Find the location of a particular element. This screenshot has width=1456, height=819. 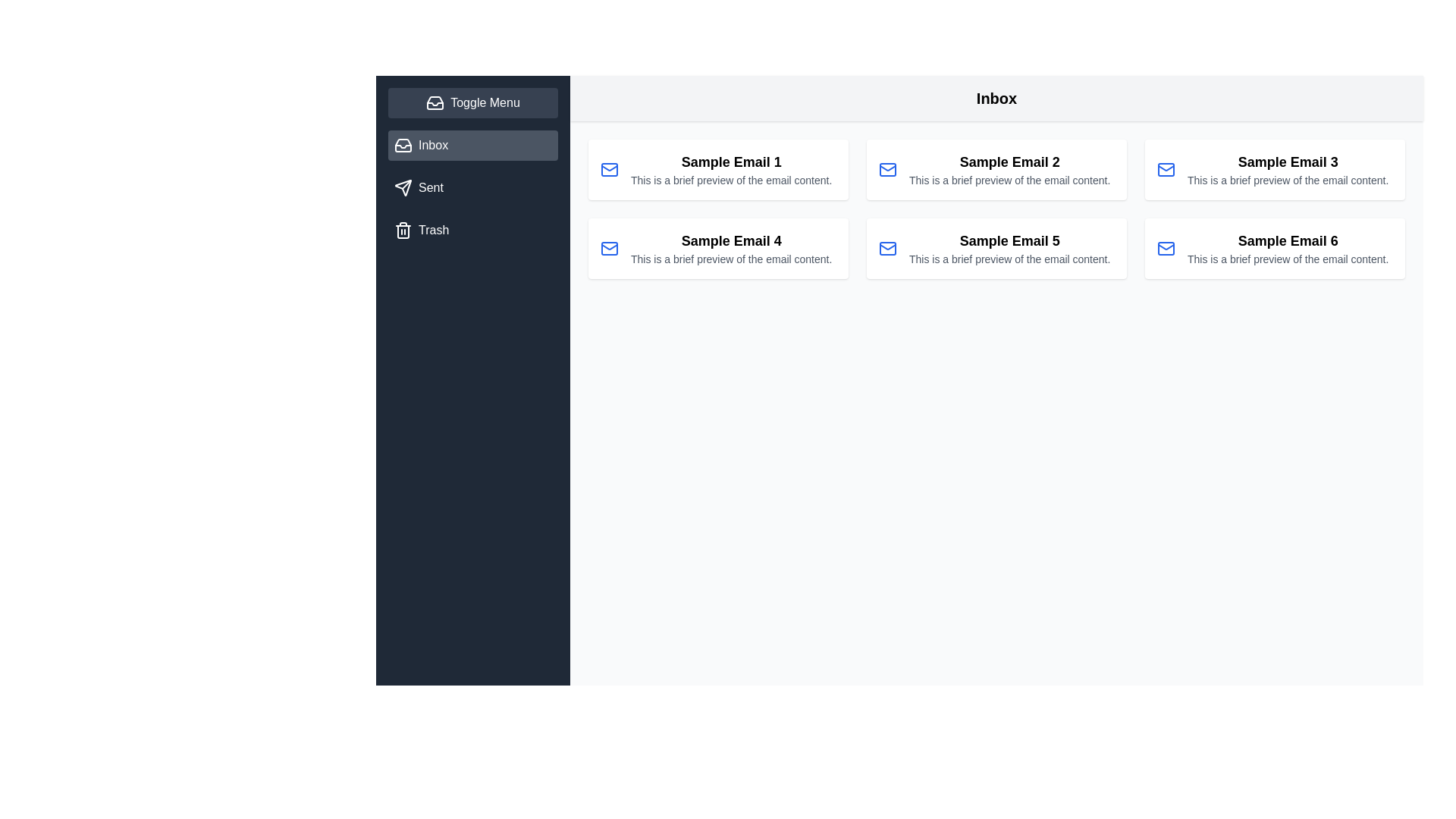

the second text element that serves as a brief summary of the associated email, located below the 'Sample Email 1' text is located at coordinates (731, 180).